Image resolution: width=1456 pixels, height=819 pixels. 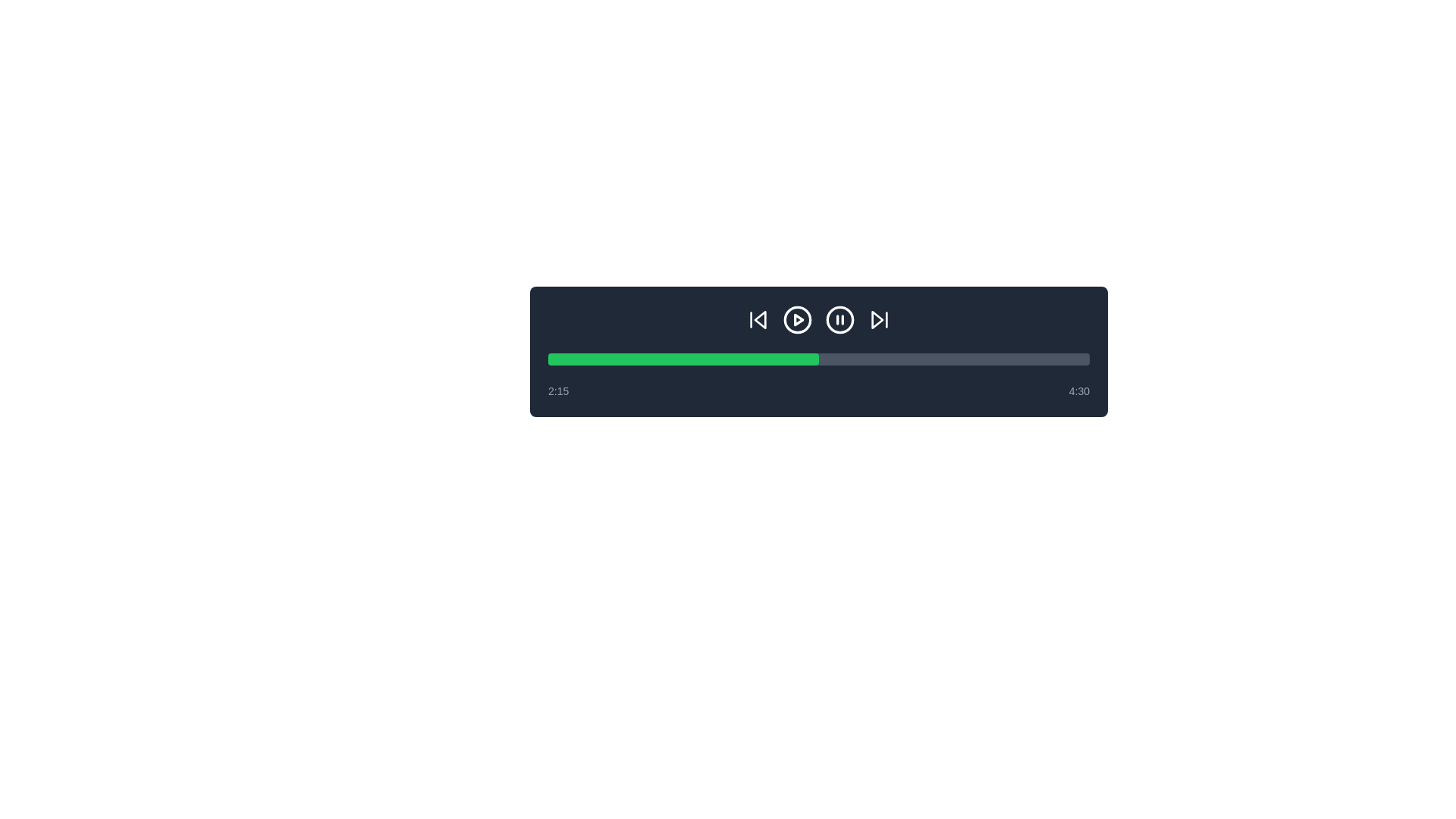 What do you see at coordinates (760, 318) in the screenshot?
I see `the triangular rewind button in the media player interface` at bounding box center [760, 318].